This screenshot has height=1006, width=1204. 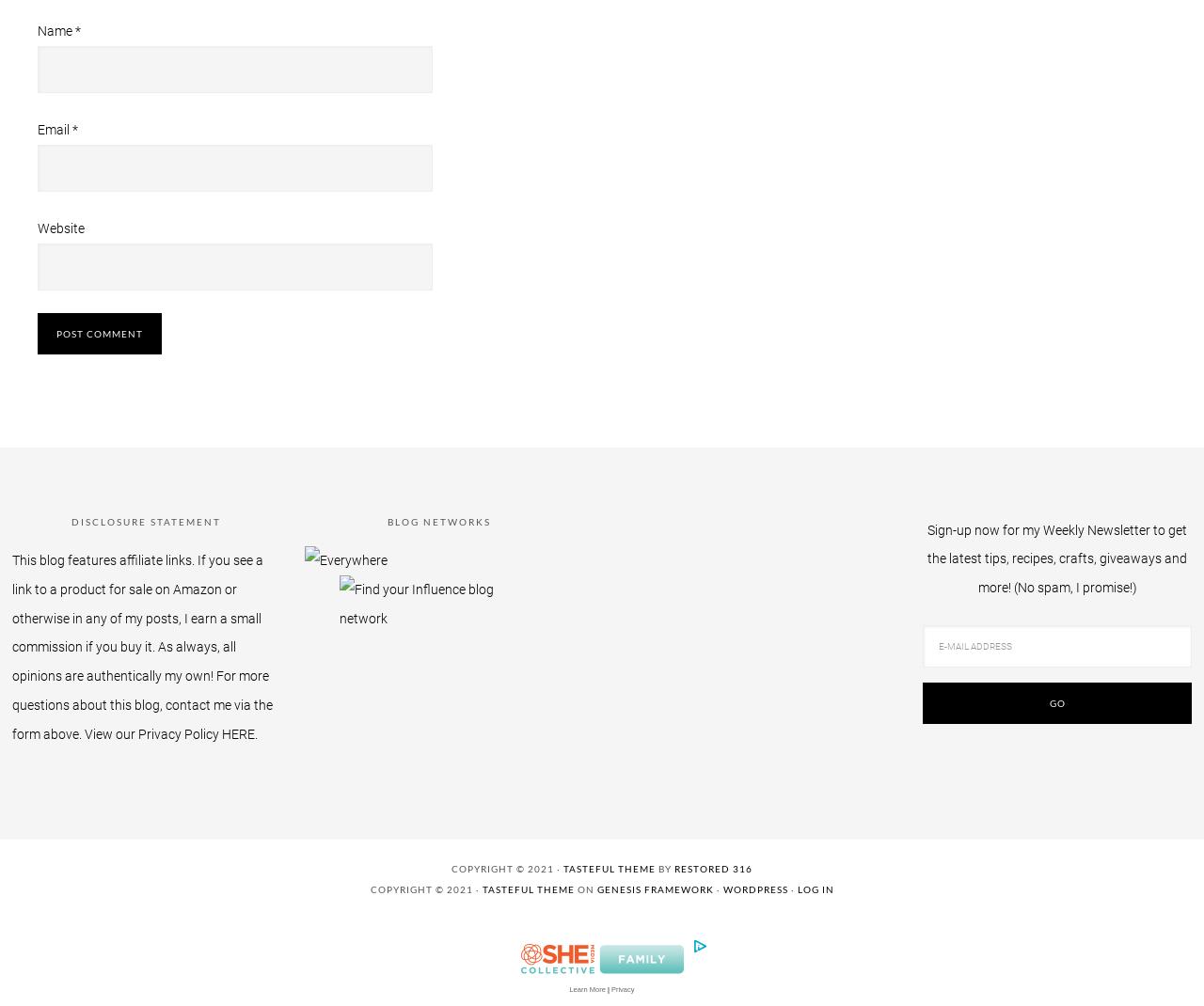 What do you see at coordinates (712, 868) in the screenshot?
I see `'Restored 316'` at bounding box center [712, 868].